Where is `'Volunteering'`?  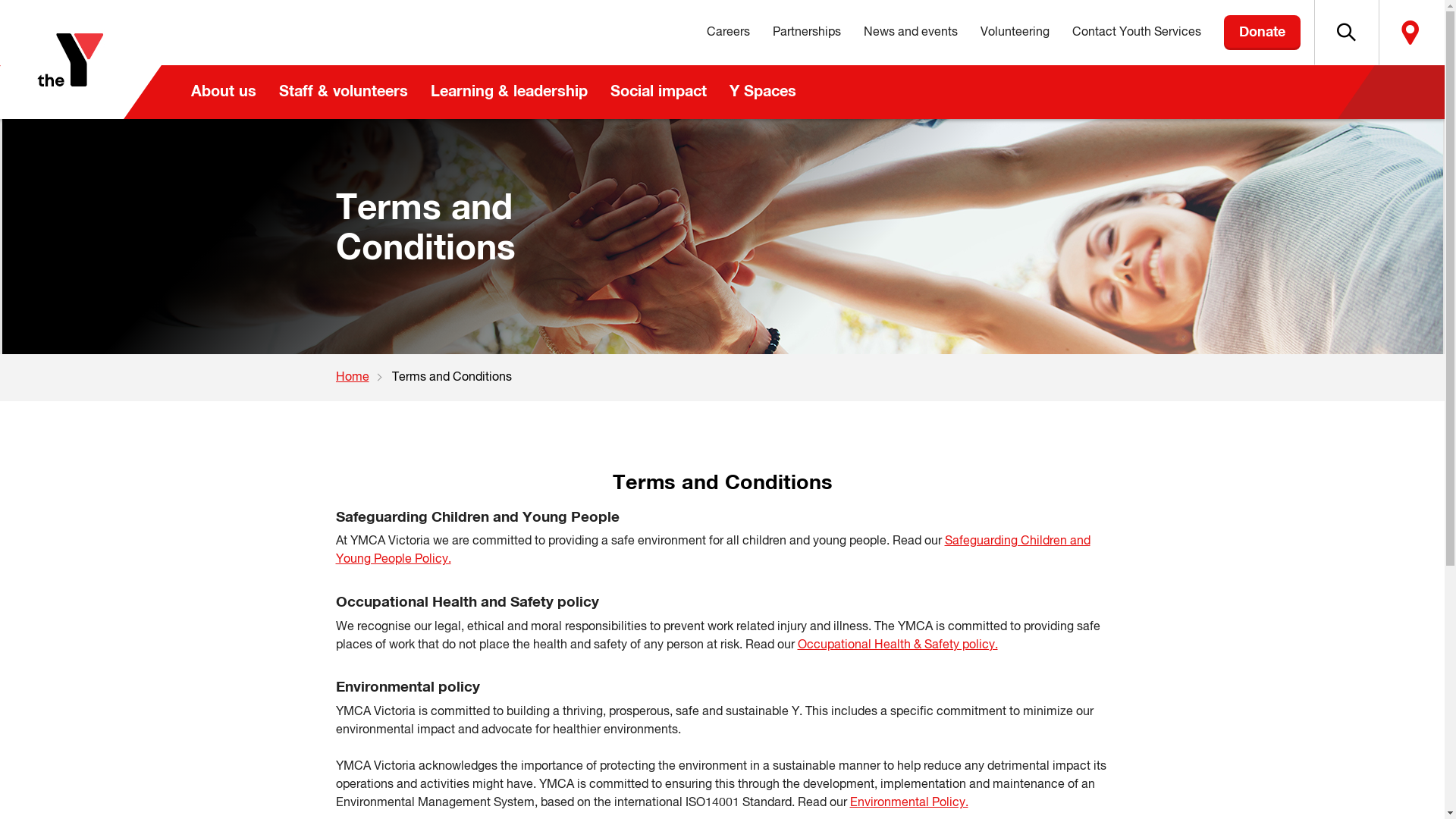
'Volunteering' is located at coordinates (968, 32).